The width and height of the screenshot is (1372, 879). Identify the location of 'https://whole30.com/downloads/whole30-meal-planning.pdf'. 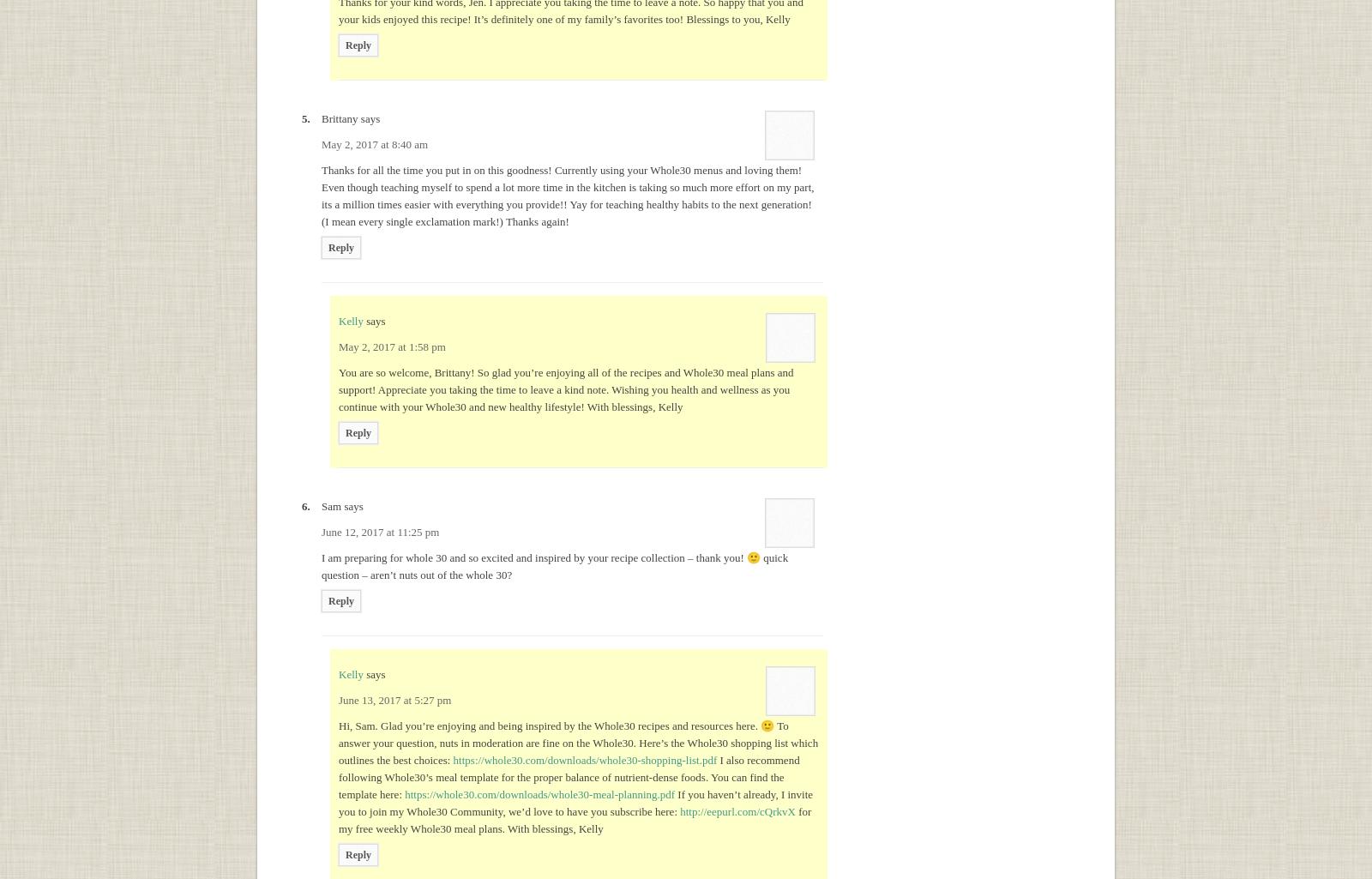
(539, 793).